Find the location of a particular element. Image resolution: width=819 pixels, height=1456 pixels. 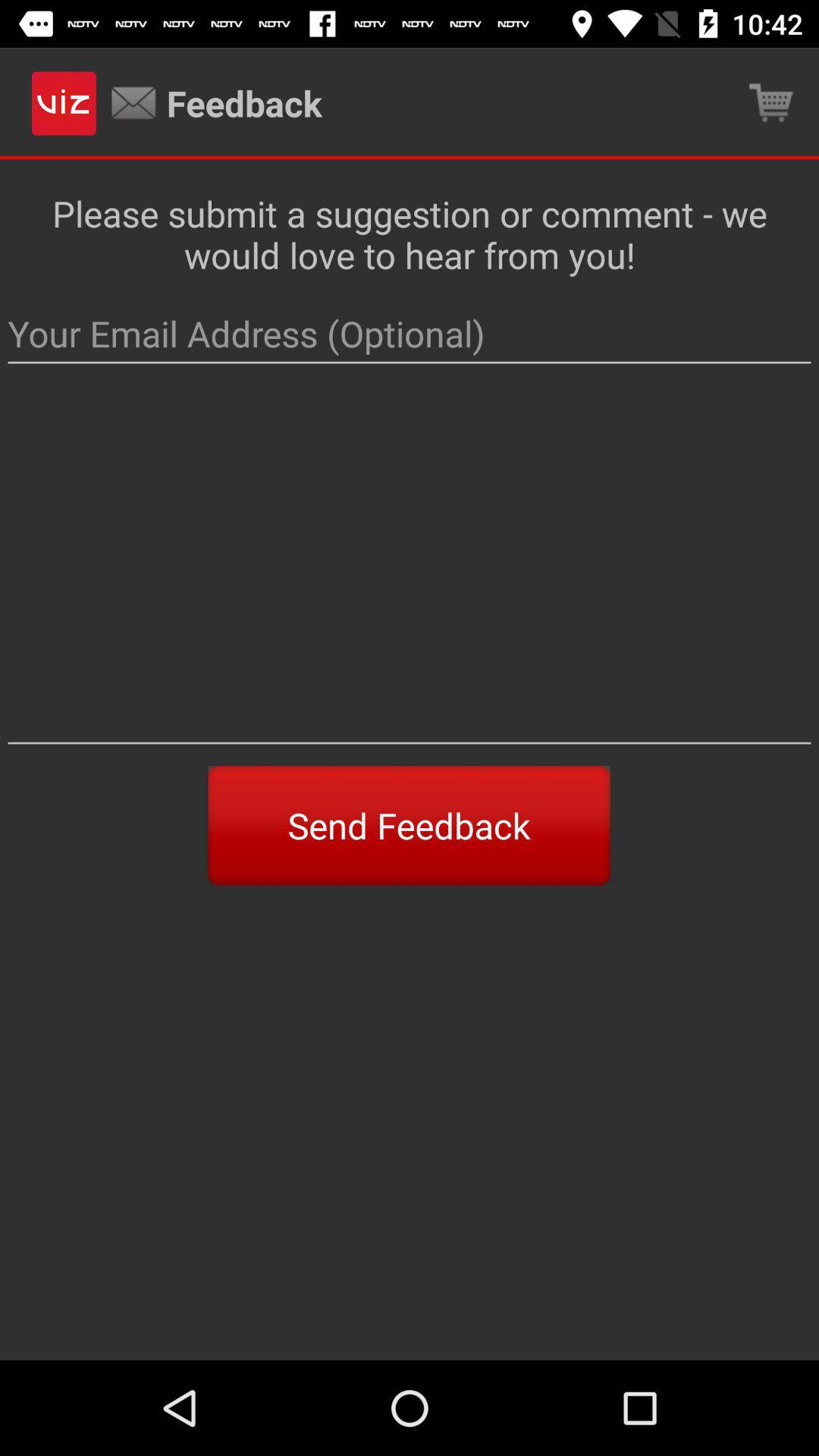

item to the right of the  feedback item is located at coordinates (771, 102).